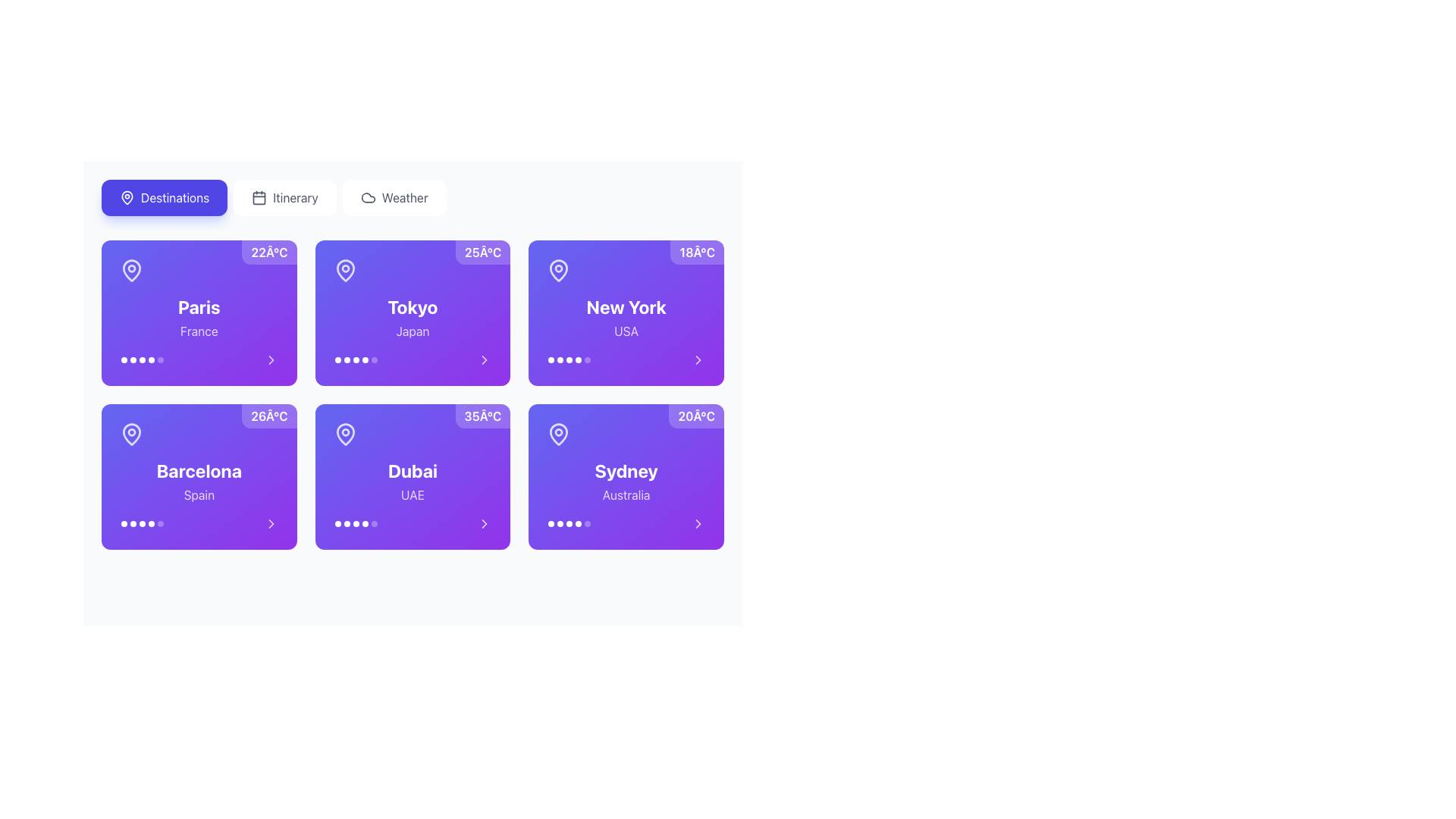  What do you see at coordinates (558, 270) in the screenshot?
I see `the map pin icon located in the top-left region of the 'New York' card, which is the third card in the first row, near the title 'New York'` at bounding box center [558, 270].